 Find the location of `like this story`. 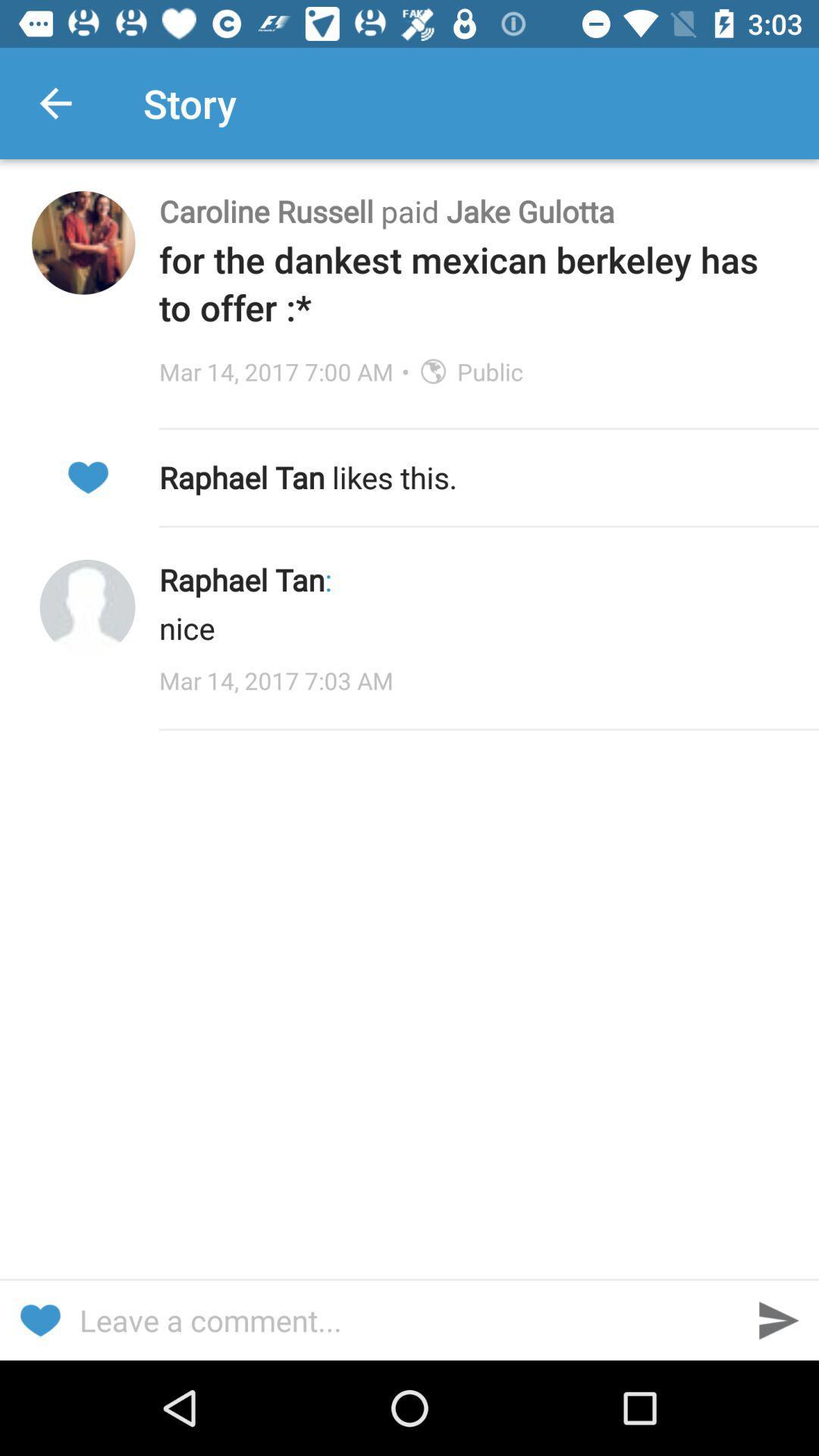

like this story is located at coordinates (39, 1319).